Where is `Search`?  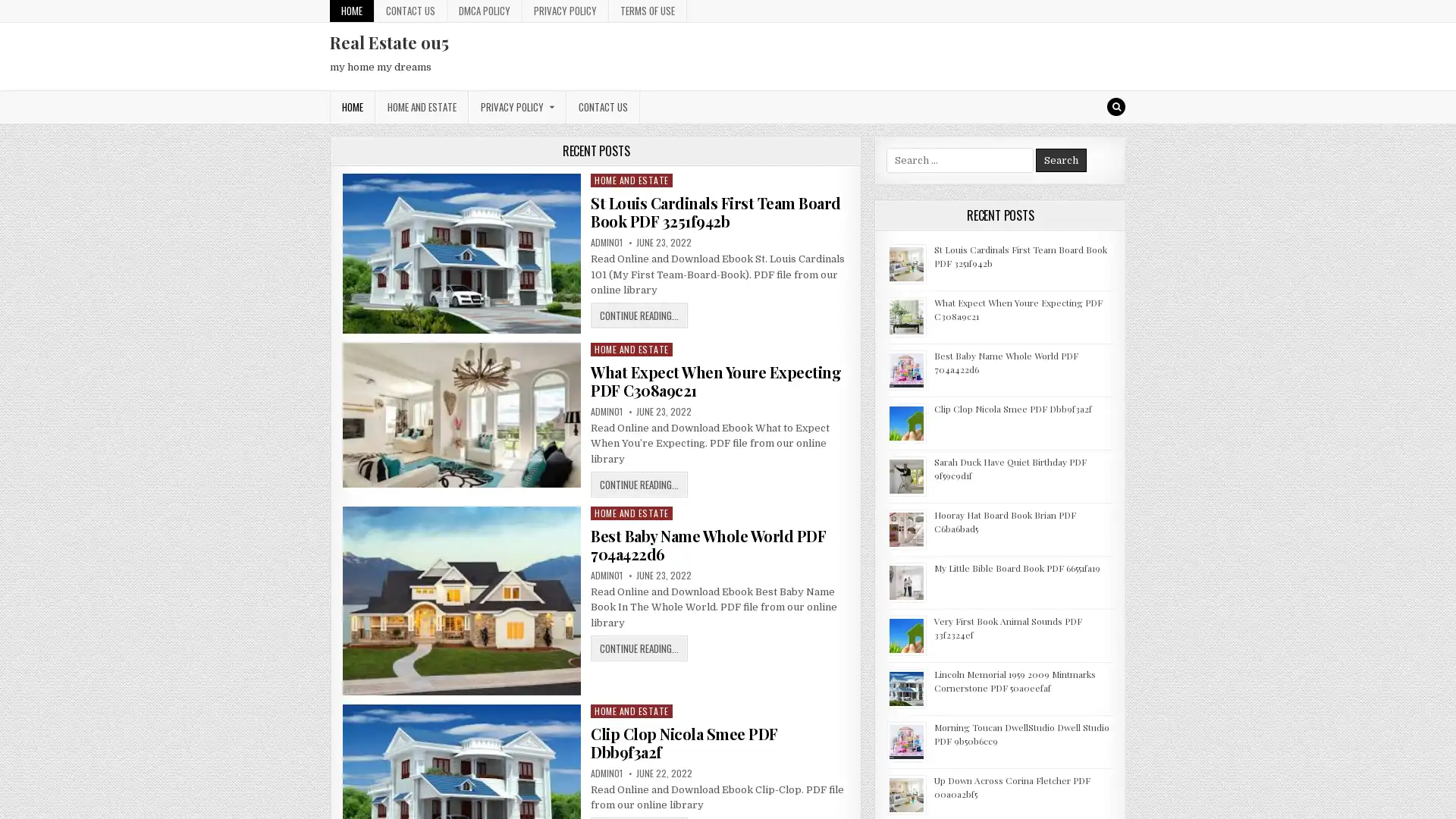
Search is located at coordinates (1060, 160).